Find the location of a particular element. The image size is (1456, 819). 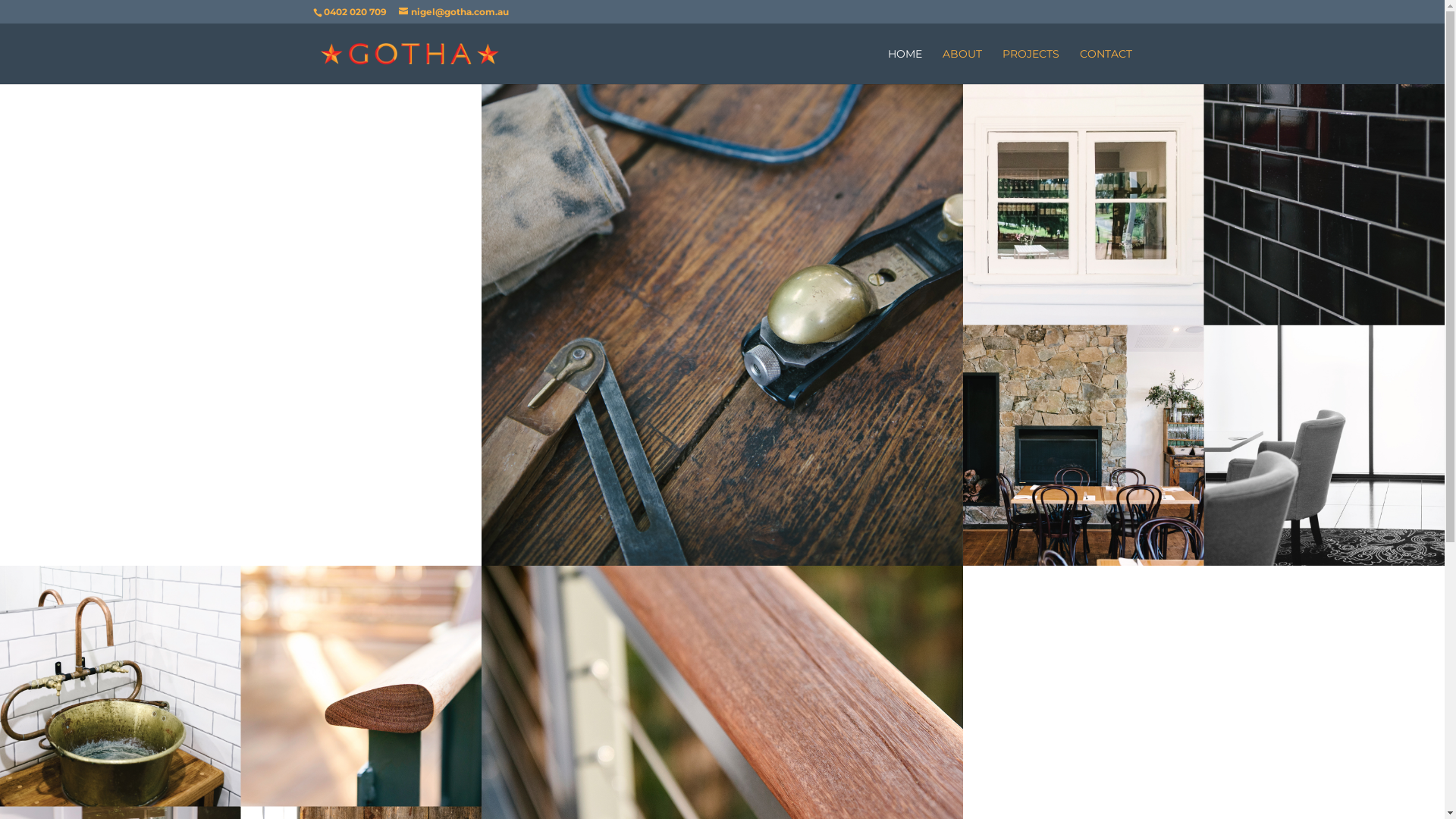

'PROJECTS' is located at coordinates (1031, 65).